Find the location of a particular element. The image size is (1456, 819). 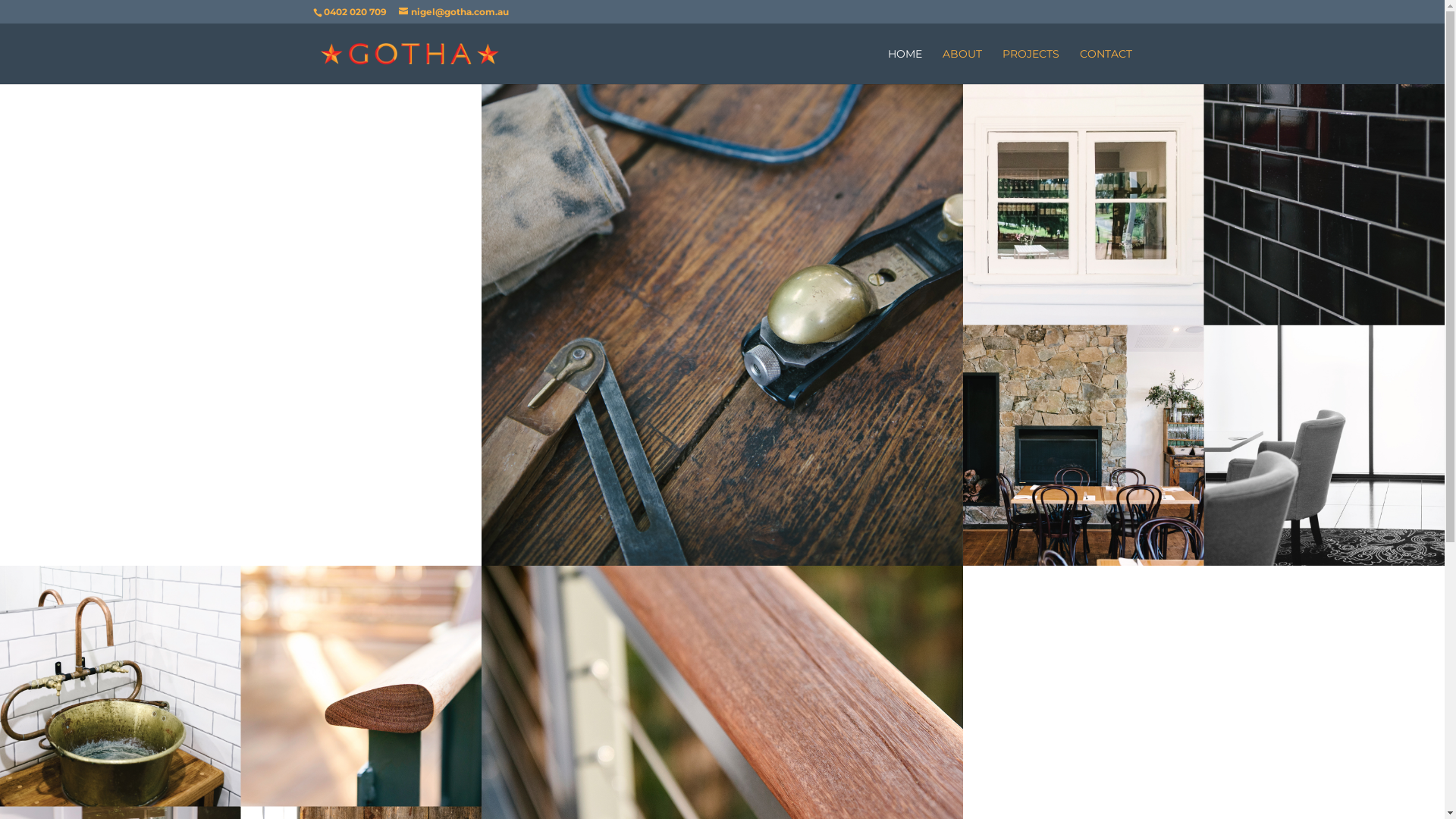

'PROJECTS' is located at coordinates (1031, 65).